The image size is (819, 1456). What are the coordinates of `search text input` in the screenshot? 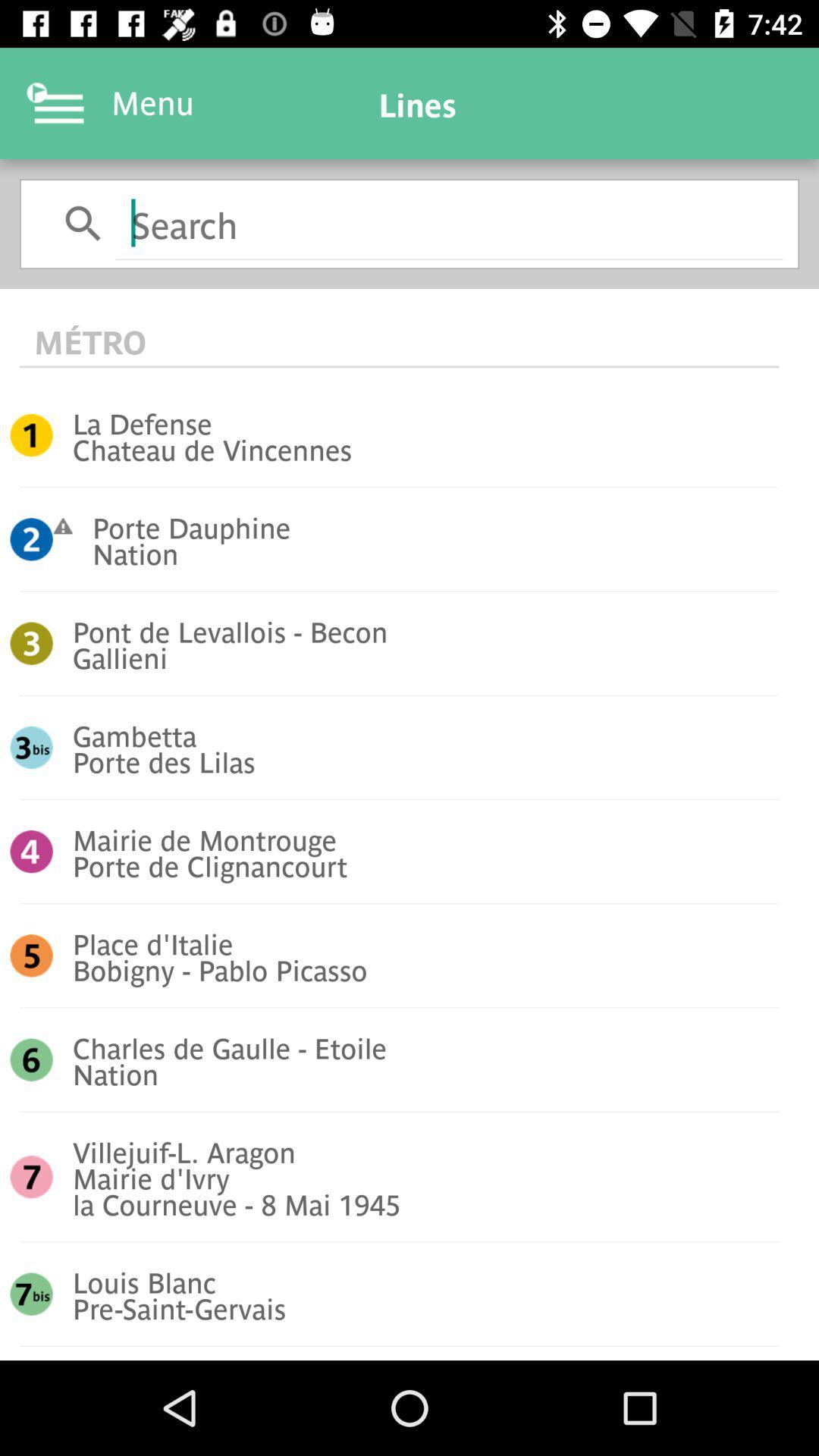 It's located at (448, 221).